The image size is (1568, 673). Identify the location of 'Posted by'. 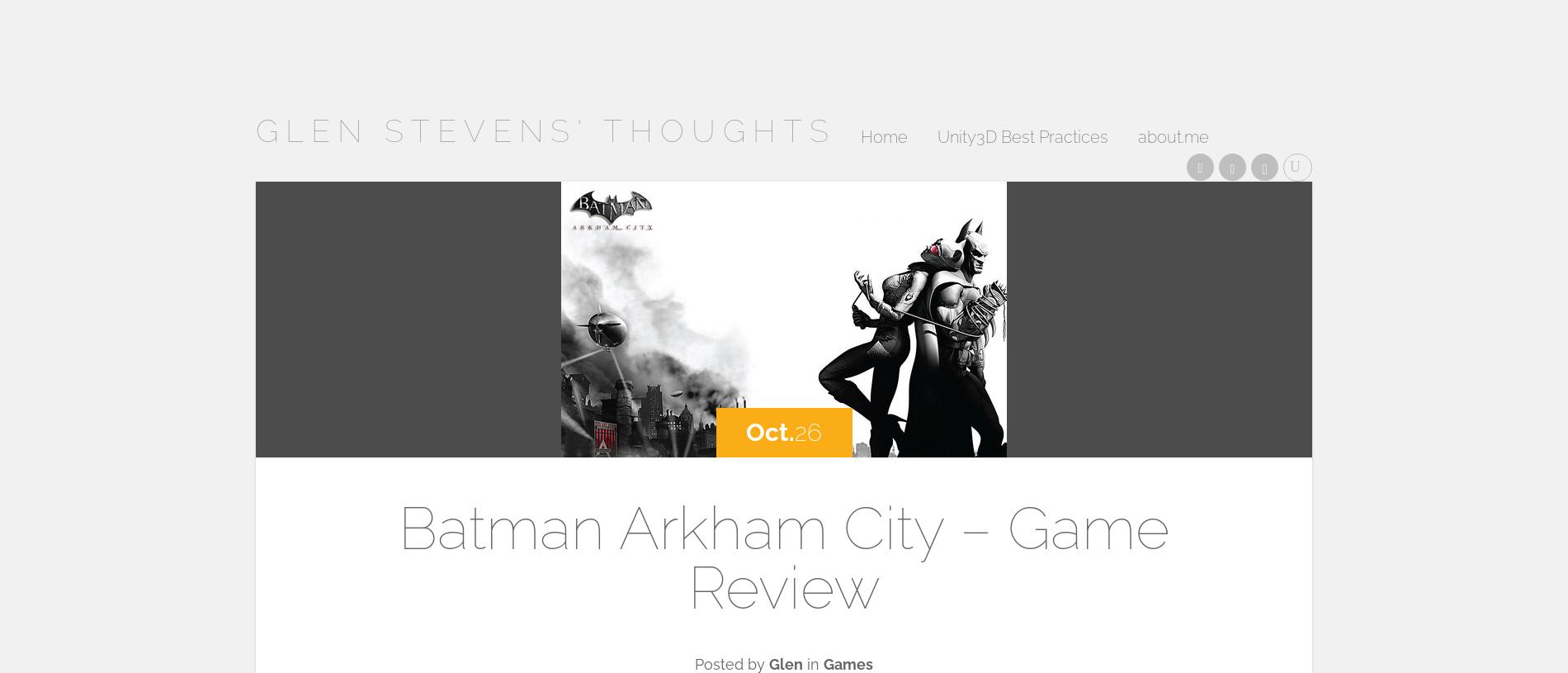
(730, 664).